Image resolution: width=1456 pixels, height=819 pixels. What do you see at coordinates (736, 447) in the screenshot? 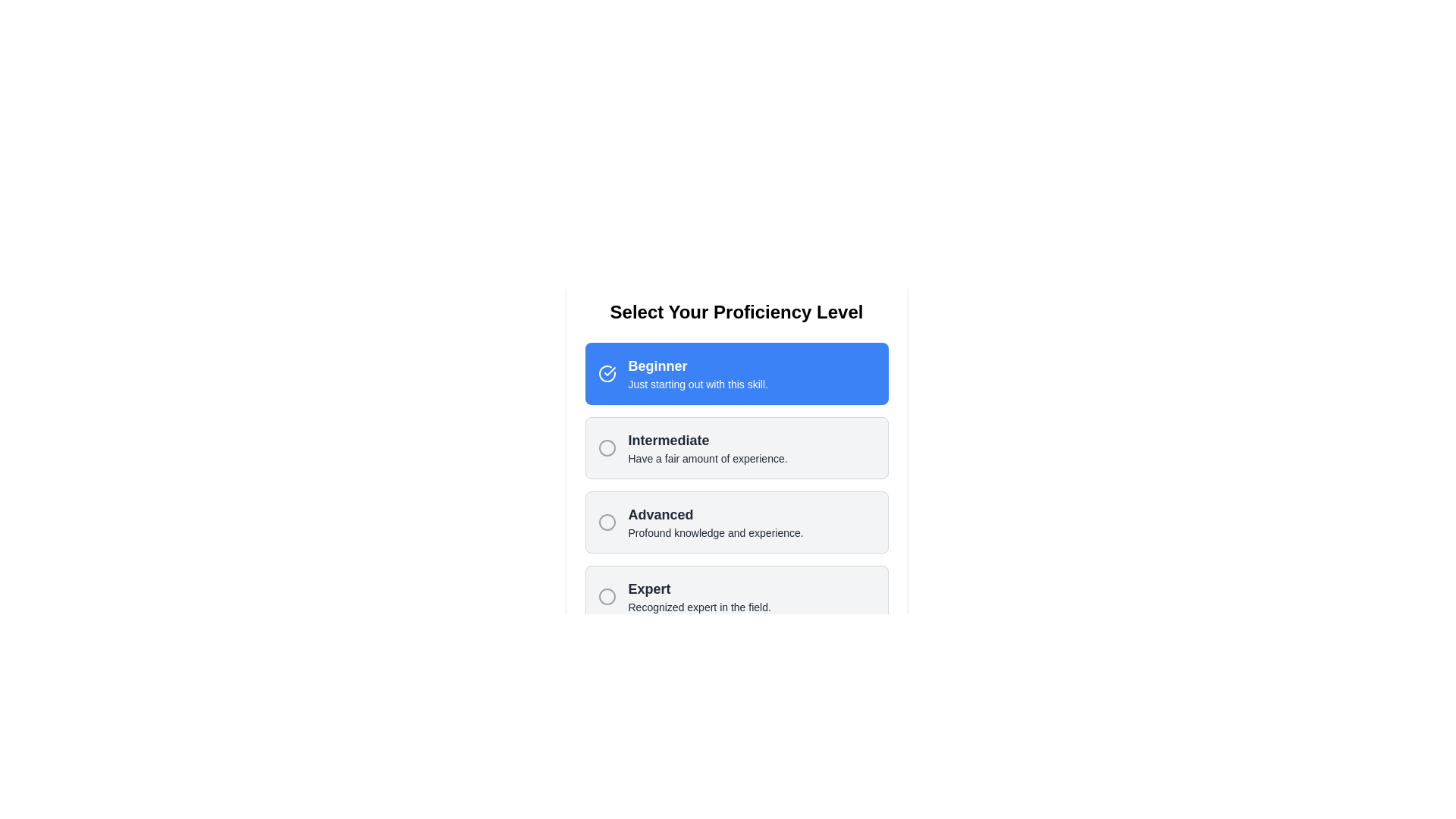
I see `the selectable card indicating the intermediate level of expertise, which is the second option in a vertical stack of four options` at bounding box center [736, 447].